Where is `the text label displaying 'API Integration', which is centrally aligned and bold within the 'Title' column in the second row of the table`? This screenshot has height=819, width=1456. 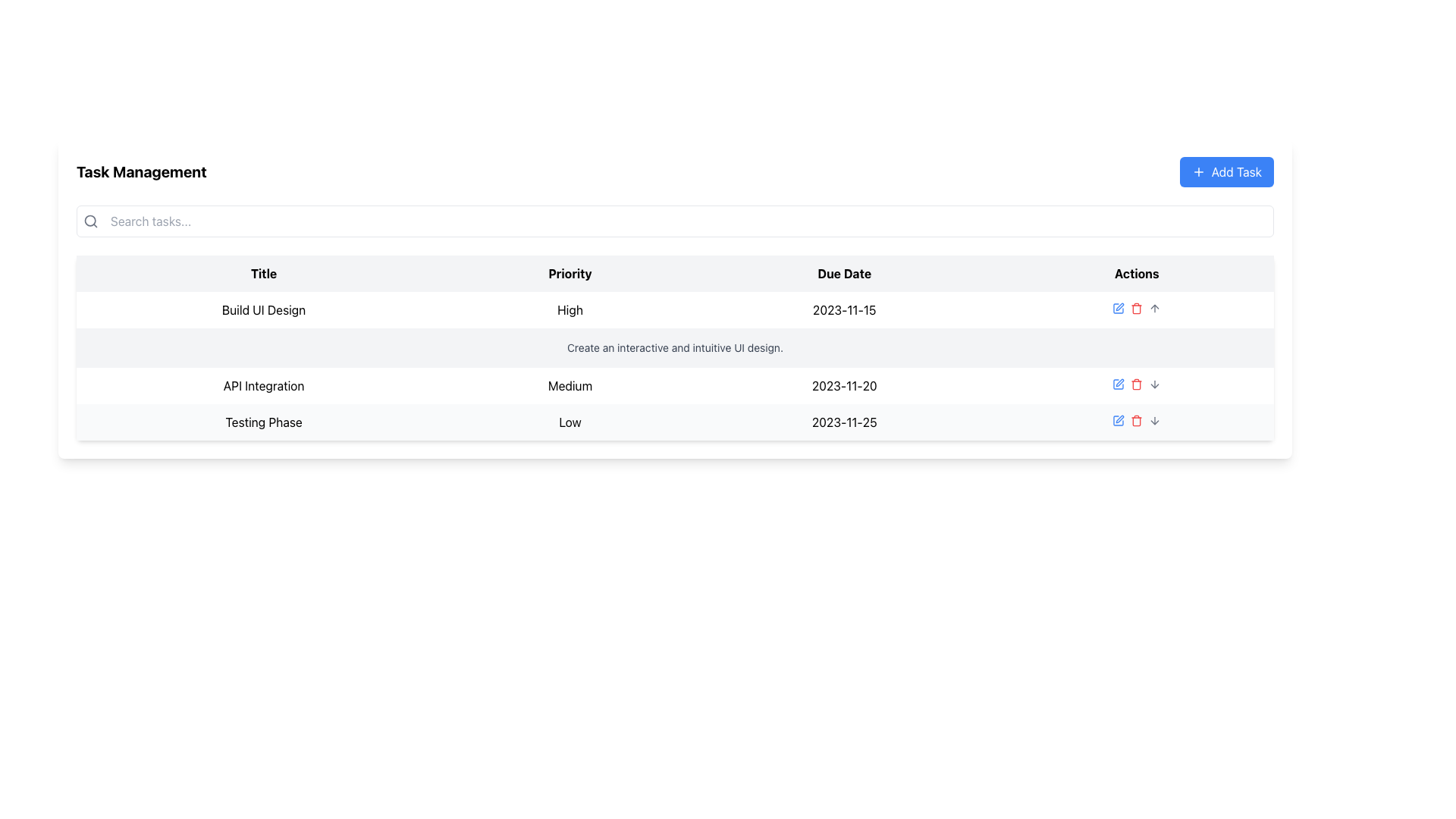
the text label displaying 'API Integration', which is centrally aligned and bold within the 'Title' column in the second row of the table is located at coordinates (264, 385).